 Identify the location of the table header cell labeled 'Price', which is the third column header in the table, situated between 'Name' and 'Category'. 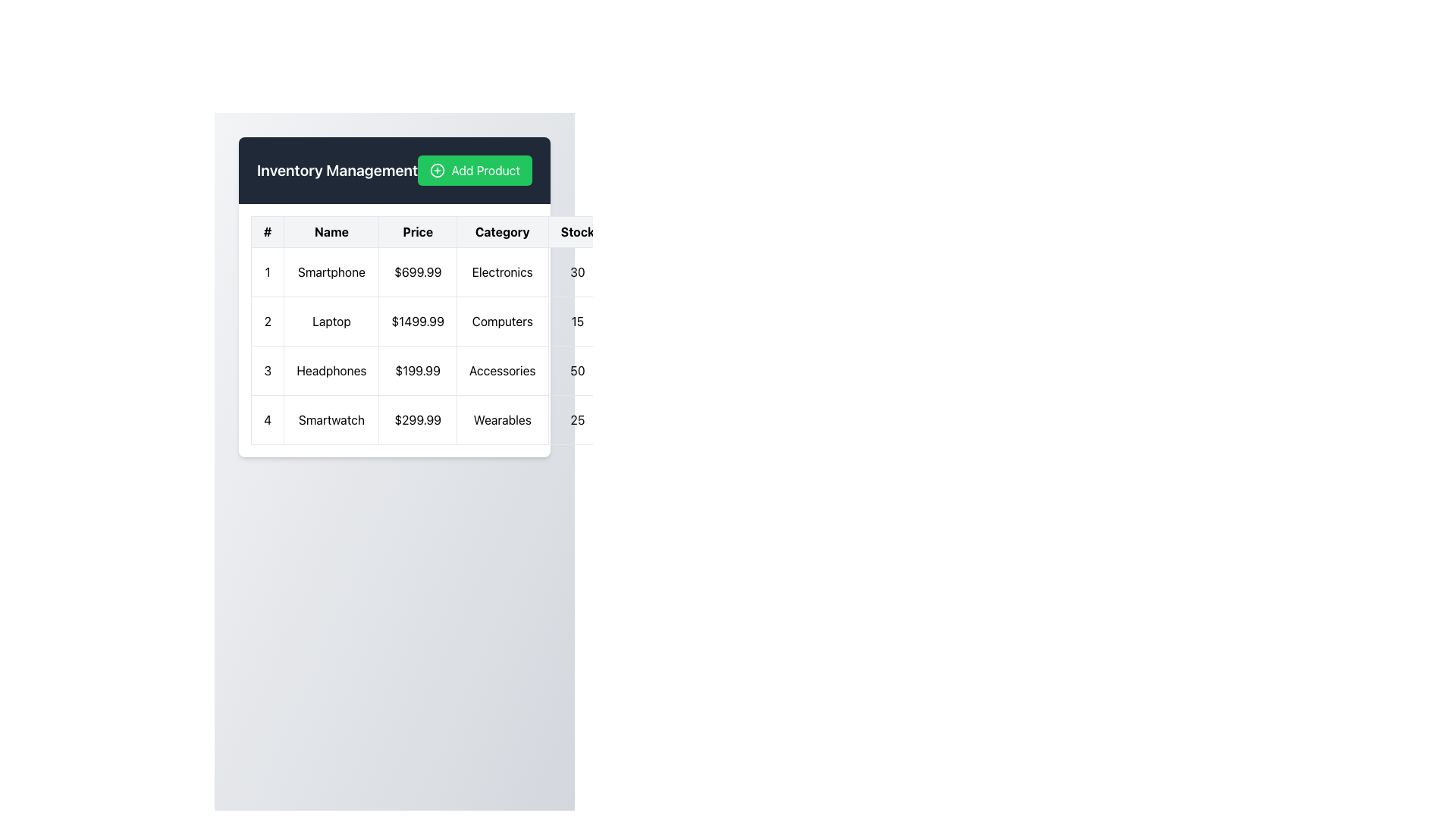
(418, 231).